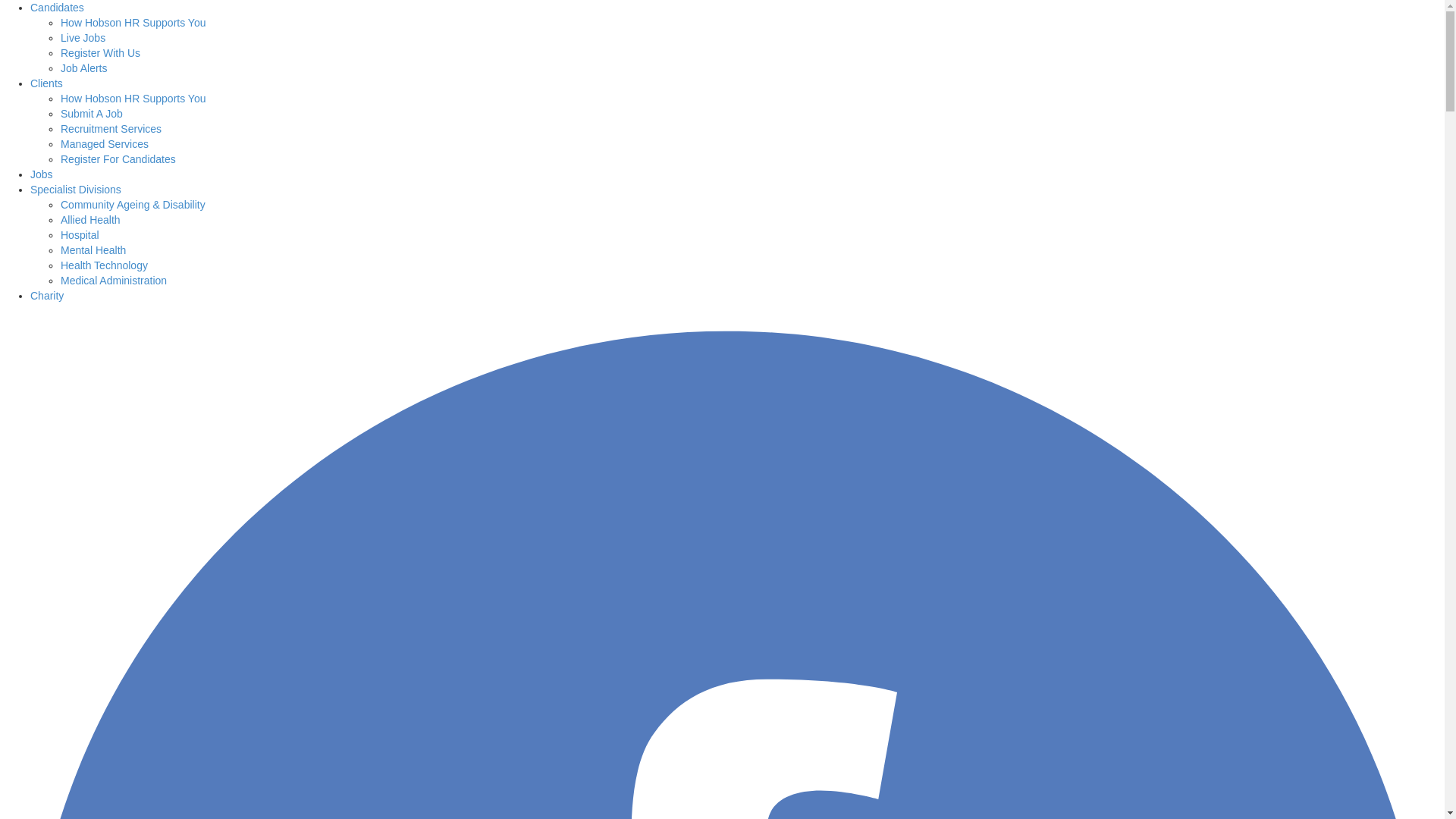 The width and height of the screenshot is (1456, 819). What do you see at coordinates (61, 143) in the screenshot?
I see `'Managed Services'` at bounding box center [61, 143].